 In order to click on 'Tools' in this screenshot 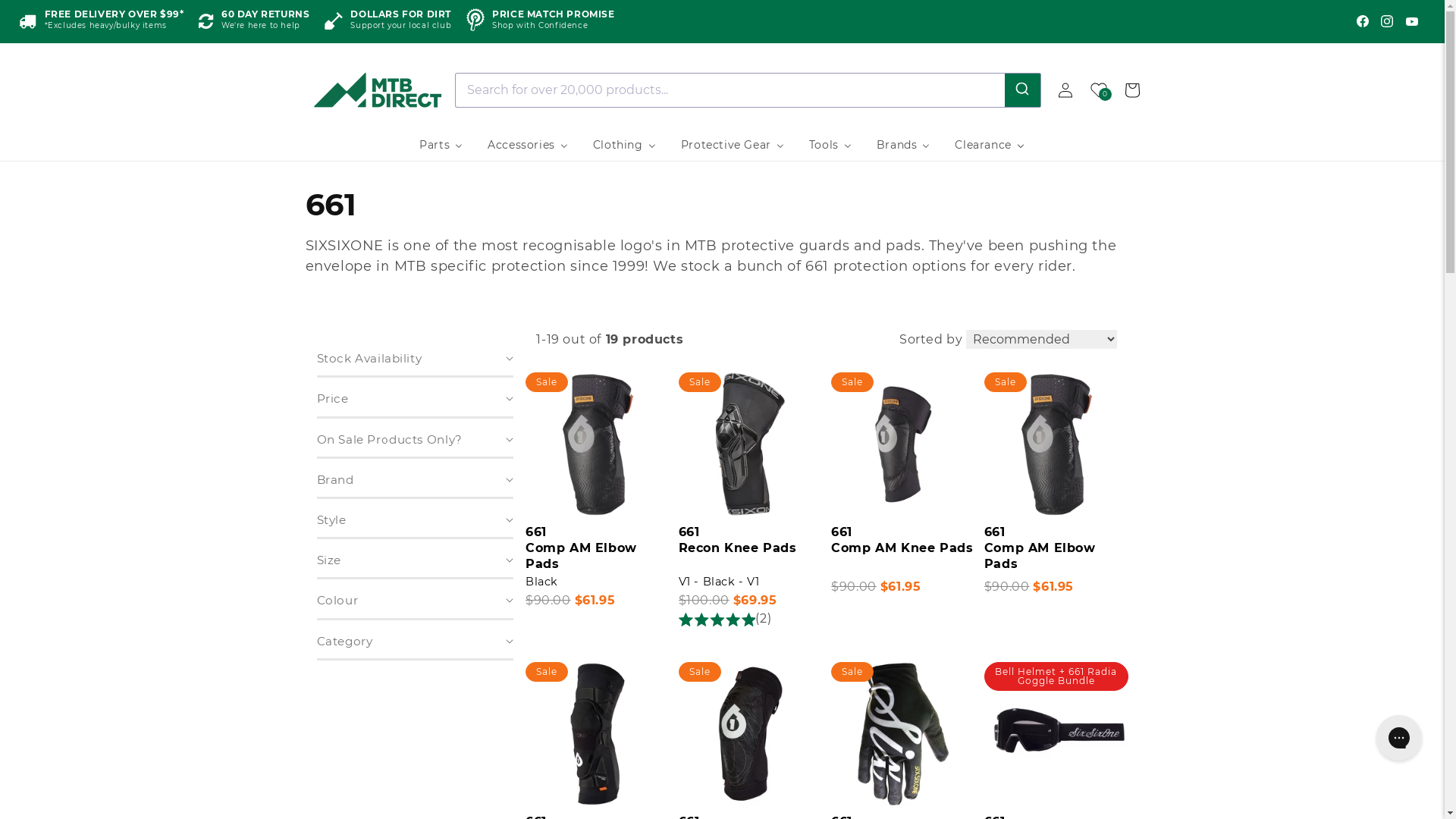, I will do `click(830, 145)`.